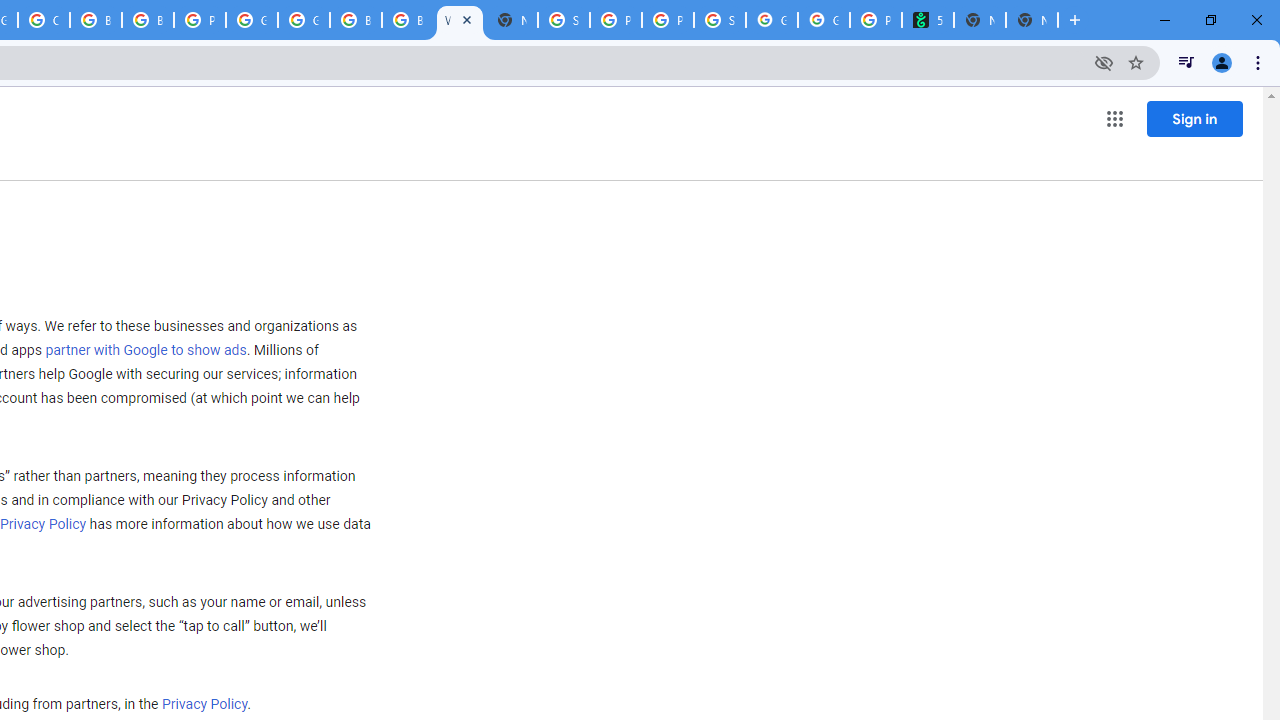 This screenshot has width=1280, height=720. Describe the element at coordinates (1032, 20) in the screenshot. I see `'New Tab'` at that location.